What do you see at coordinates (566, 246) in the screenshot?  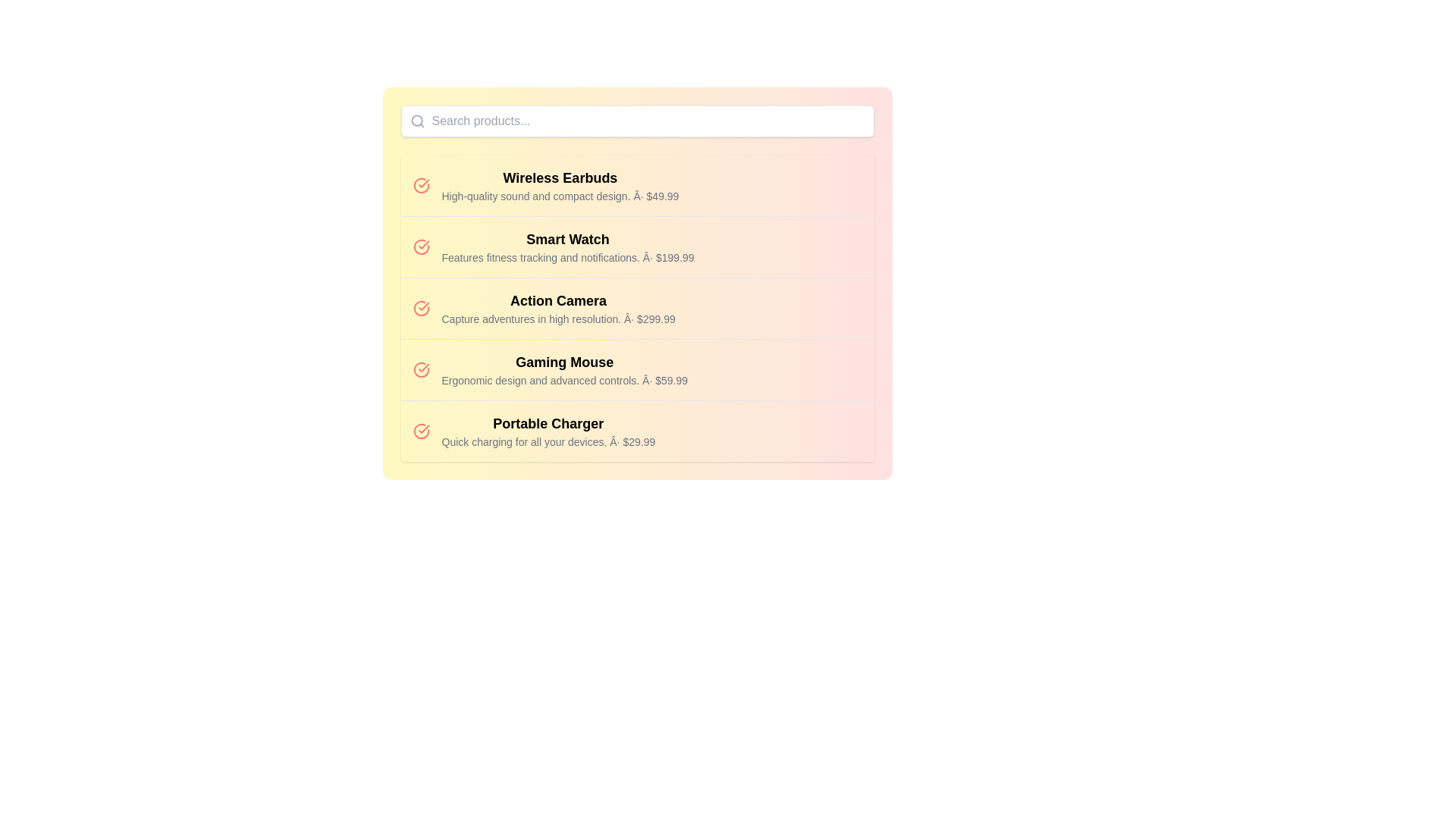 I see `the product item labeled 'Smart Watch' which features fitness tracking and notifications, positioned in the list below 'Wireless Earbuds' and above 'Action Camera'` at bounding box center [566, 246].